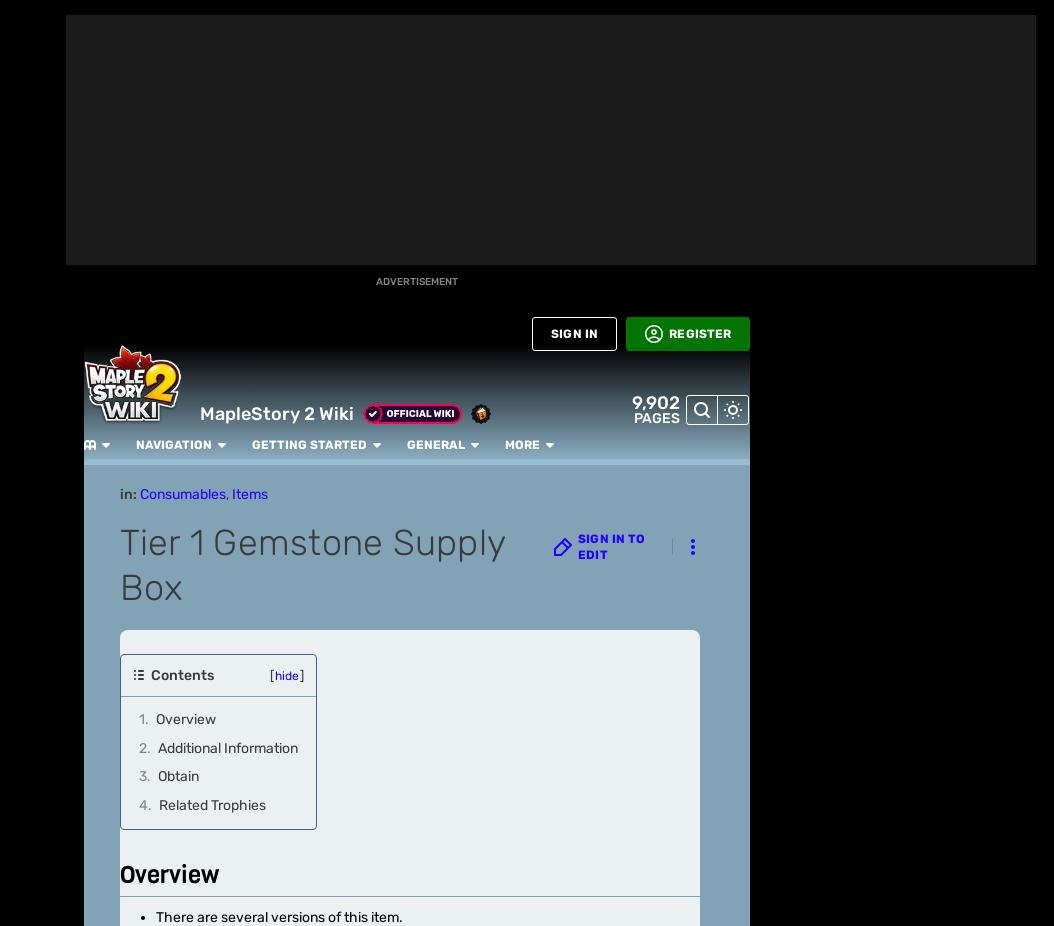 Image resolution: width=1054 pixels, height=926 pixels. Describe the element at coordinates (227, 36) in the screenshot. I see `'Tier 1 Power Gemstone'` at that location.